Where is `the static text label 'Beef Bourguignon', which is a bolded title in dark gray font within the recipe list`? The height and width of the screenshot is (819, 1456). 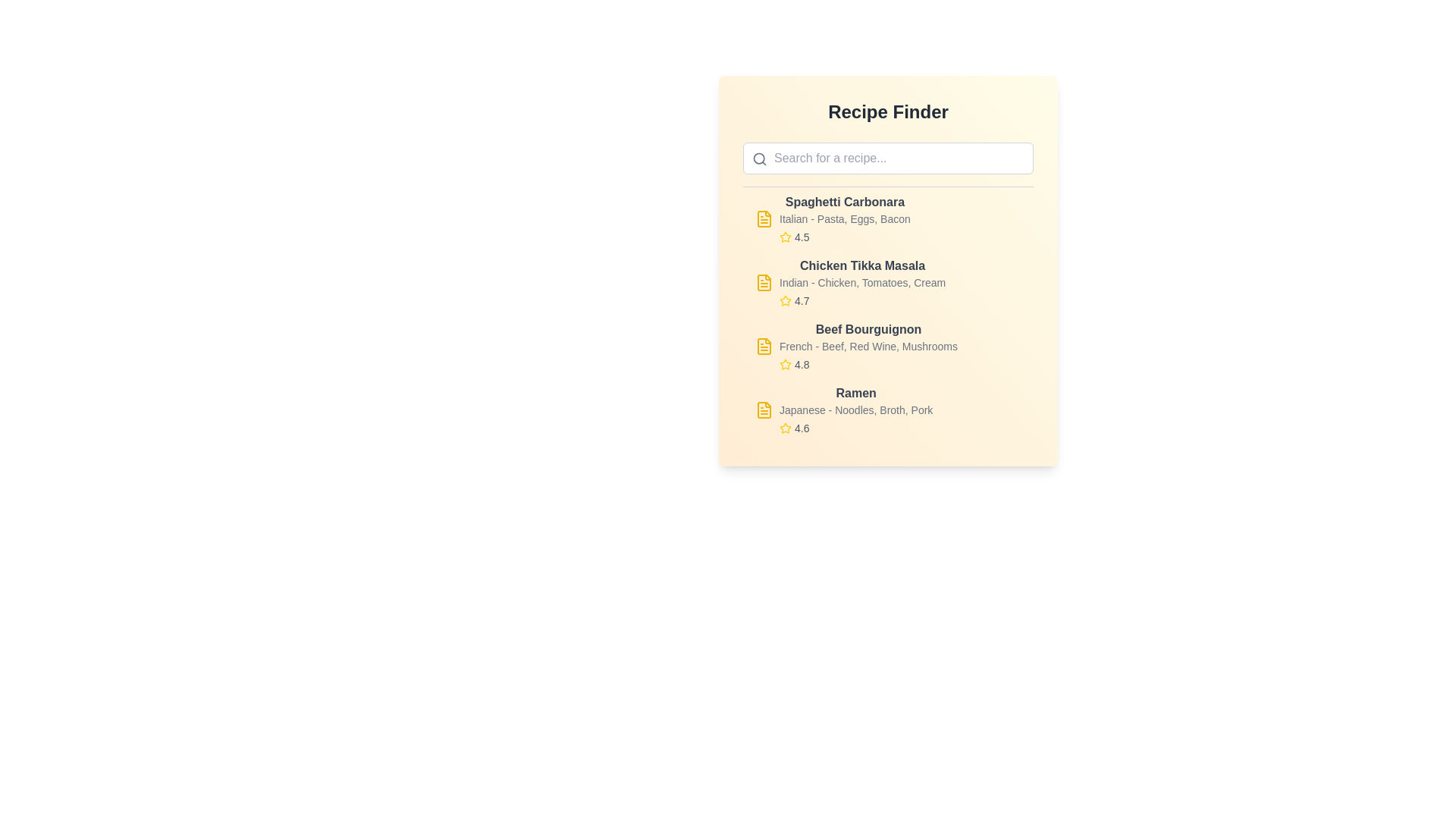
the static text label 'Beef Bourguignon', which is a bolded title in dark gray font within the recipe list is located at coordinates (868, 329).